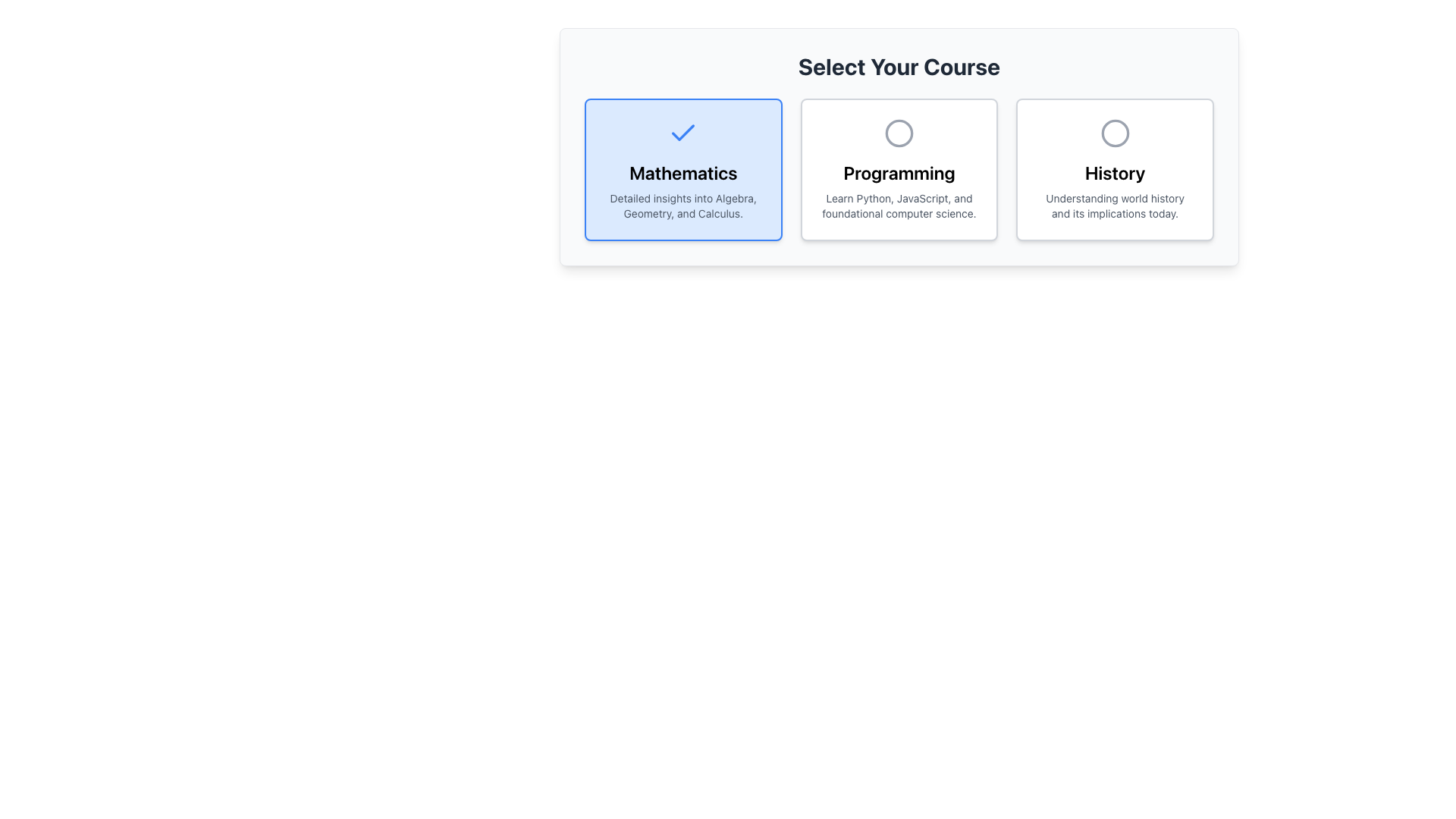 The height and width of the screenshot is (819, 1456). Describe the element at coordinates (899, 133) in the screenshot. I see `the graphical icon circle located centrally within the programming course card, which indicates the course's selection status in the second card of the three presented horizontally` at that location.